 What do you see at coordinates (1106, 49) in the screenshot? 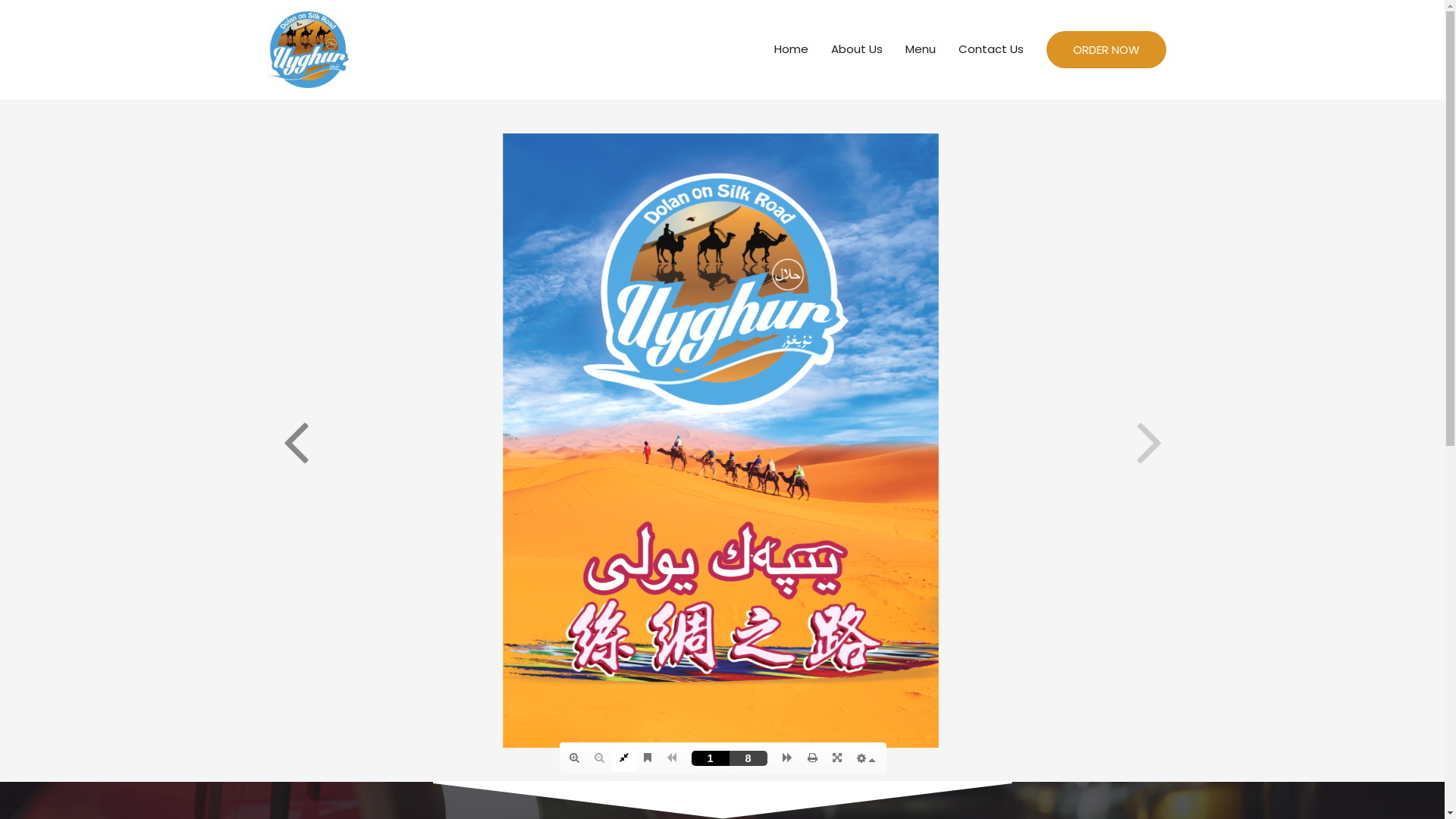
I see `'ORDER NOW'` at bounding box center [1106, 49].